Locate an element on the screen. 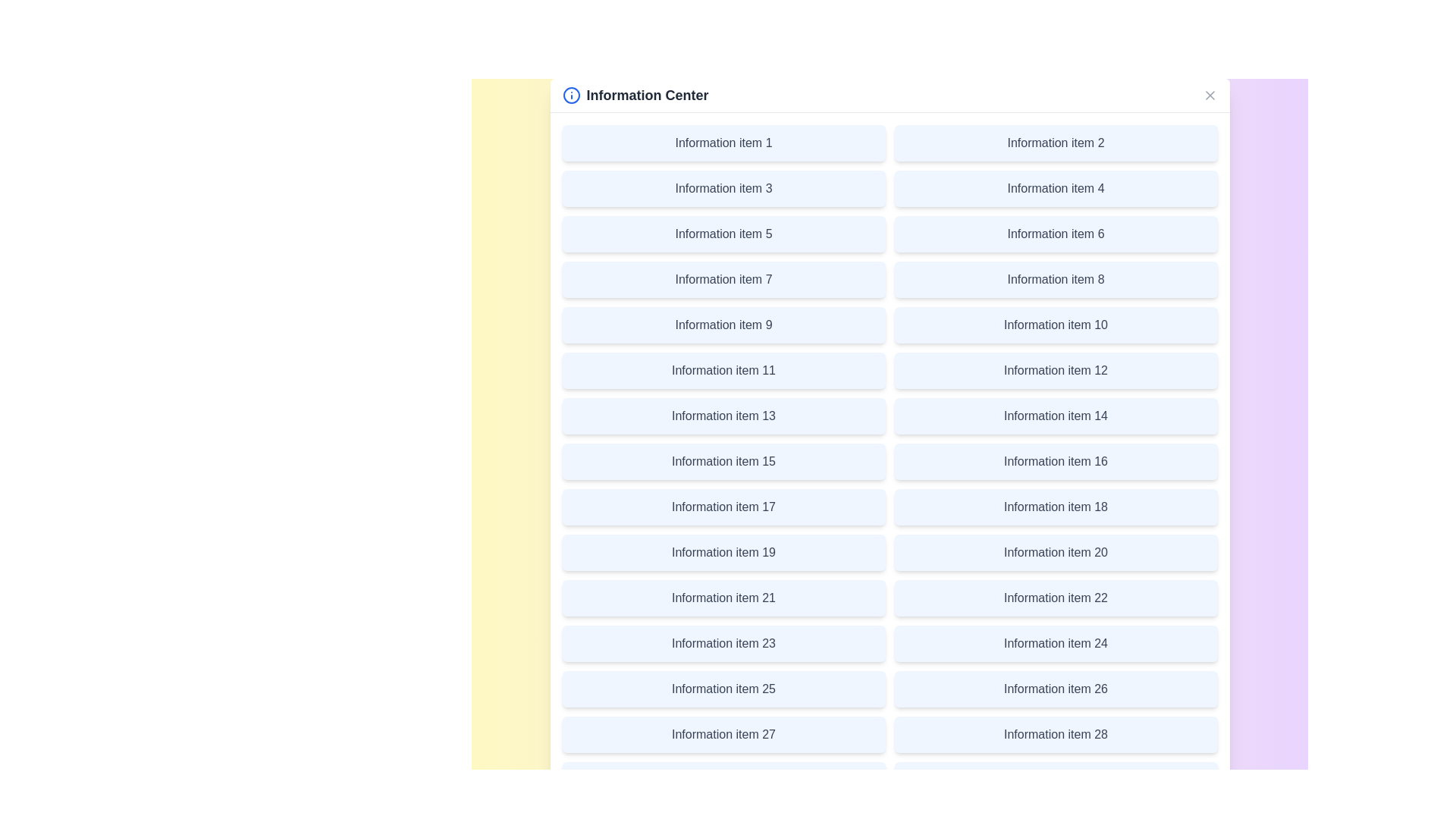 This screenshot has width=1456, height=819. the Information Center icon to interact with it is located at coordinates (570, 96).